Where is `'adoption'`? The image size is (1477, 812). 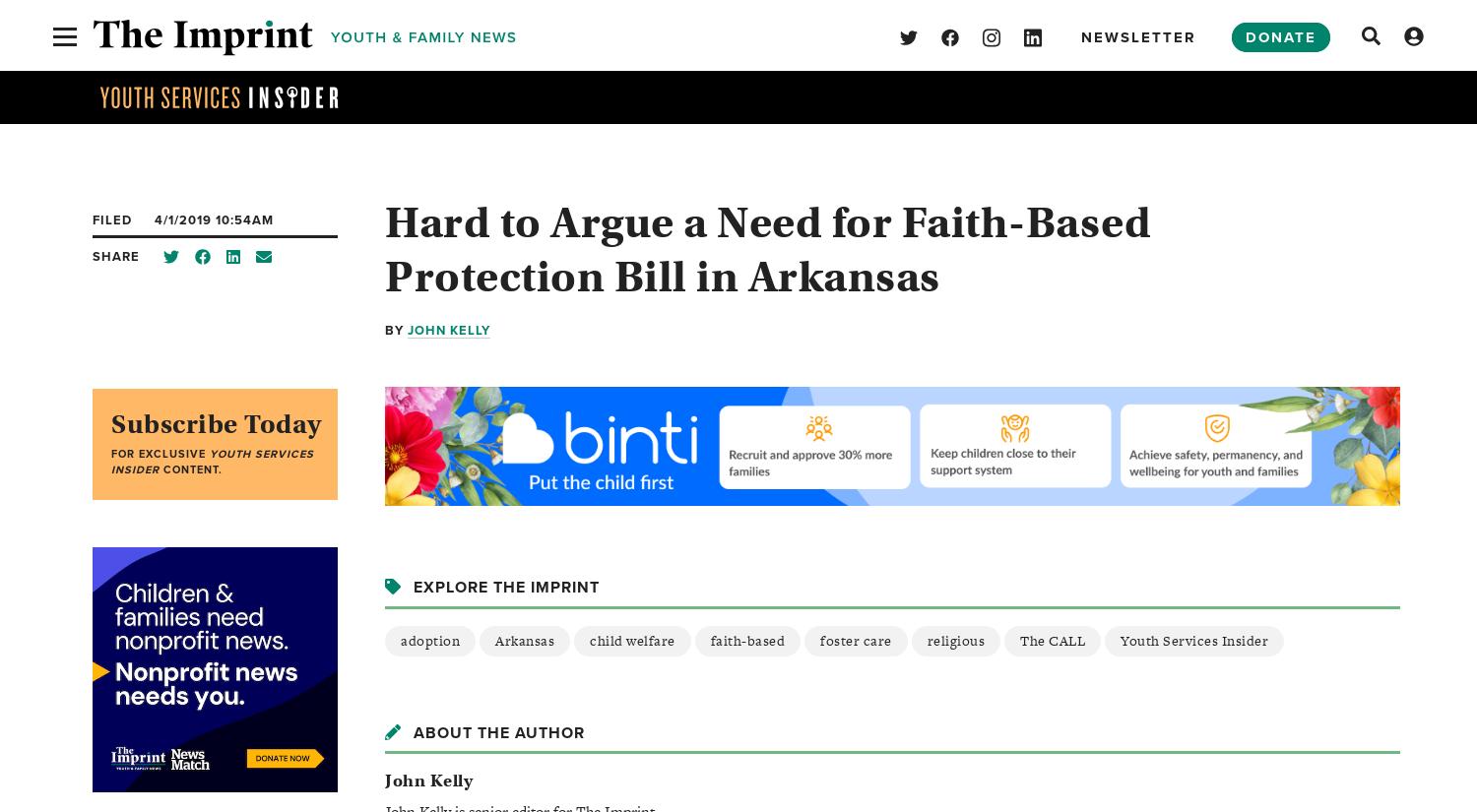
'adoption' is located at coordinates (400, 640).